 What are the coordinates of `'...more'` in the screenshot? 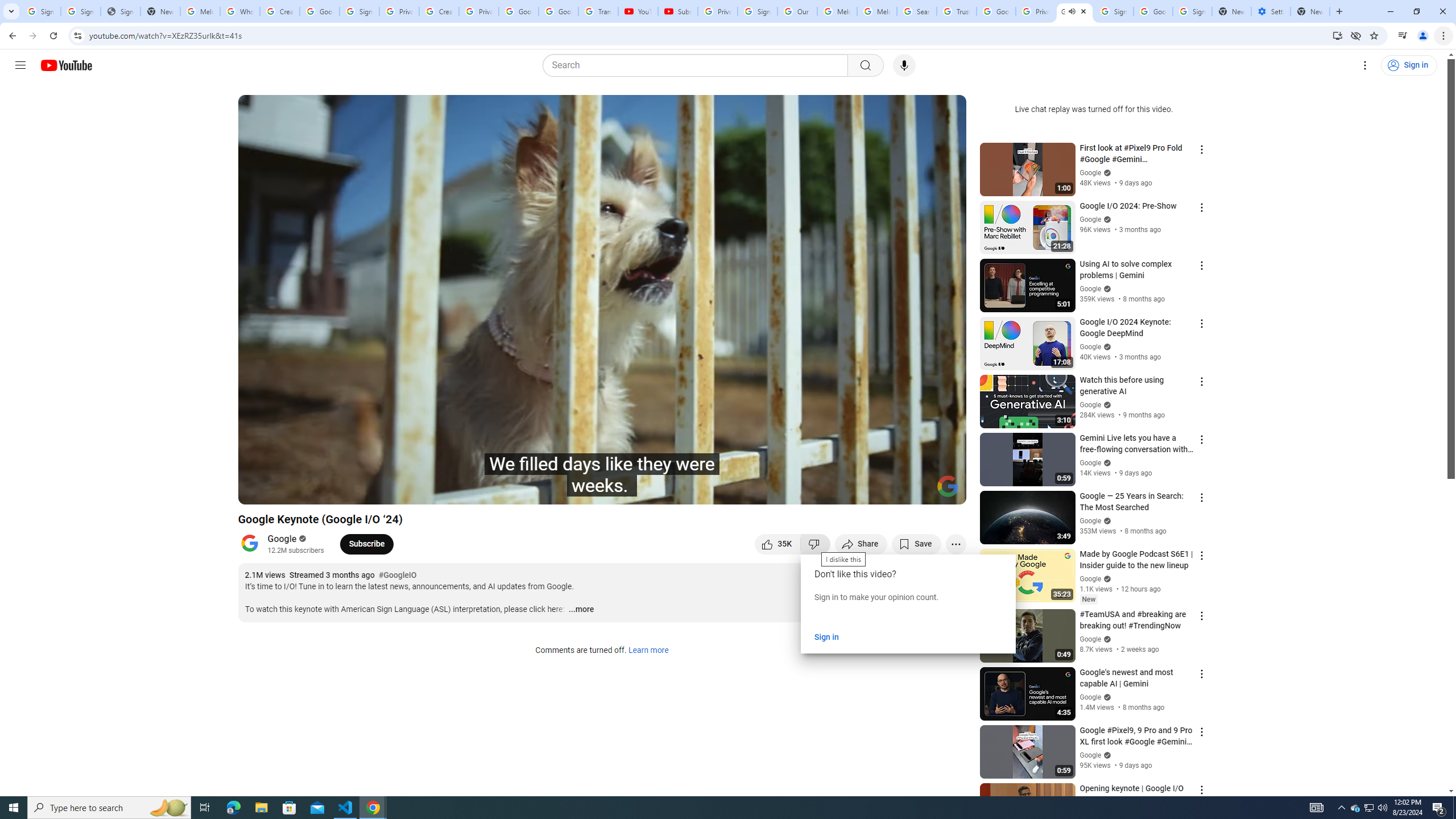 It's located at (580, 610).